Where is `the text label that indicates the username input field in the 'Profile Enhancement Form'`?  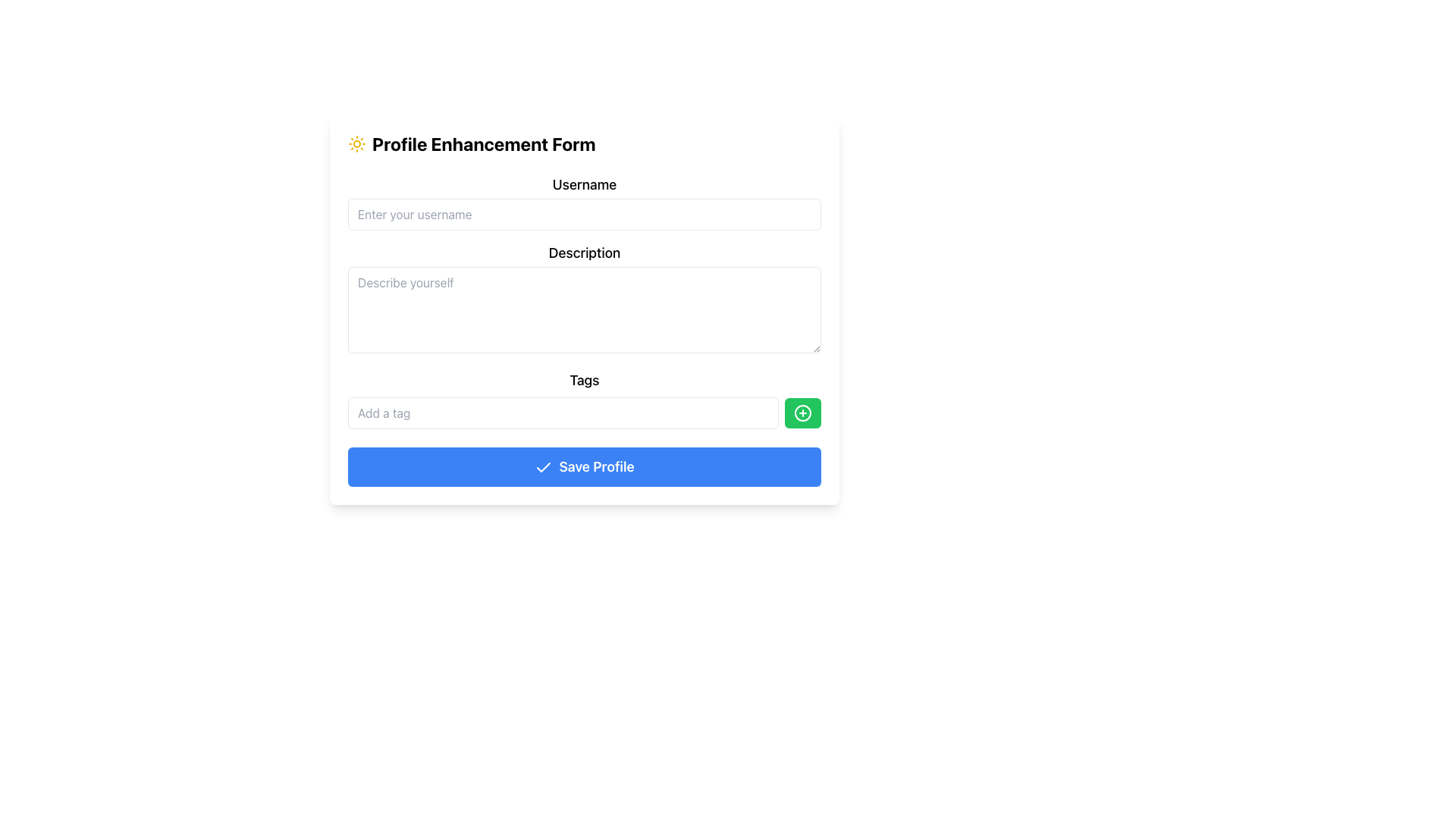
the text label that indicates the username input field in the 'Profile Enhancement Form' is located at coordinates (584, 184).